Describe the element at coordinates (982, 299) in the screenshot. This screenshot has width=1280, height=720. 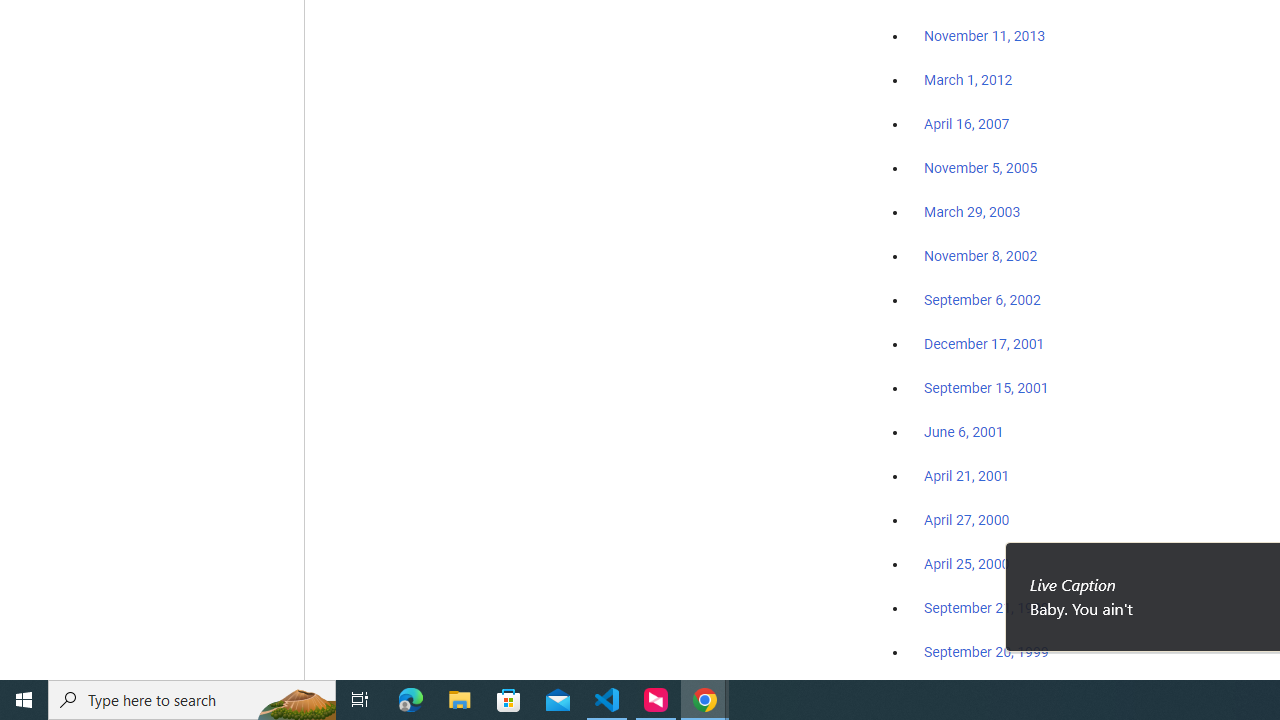
I see `'September 6, 2002'` at that location.